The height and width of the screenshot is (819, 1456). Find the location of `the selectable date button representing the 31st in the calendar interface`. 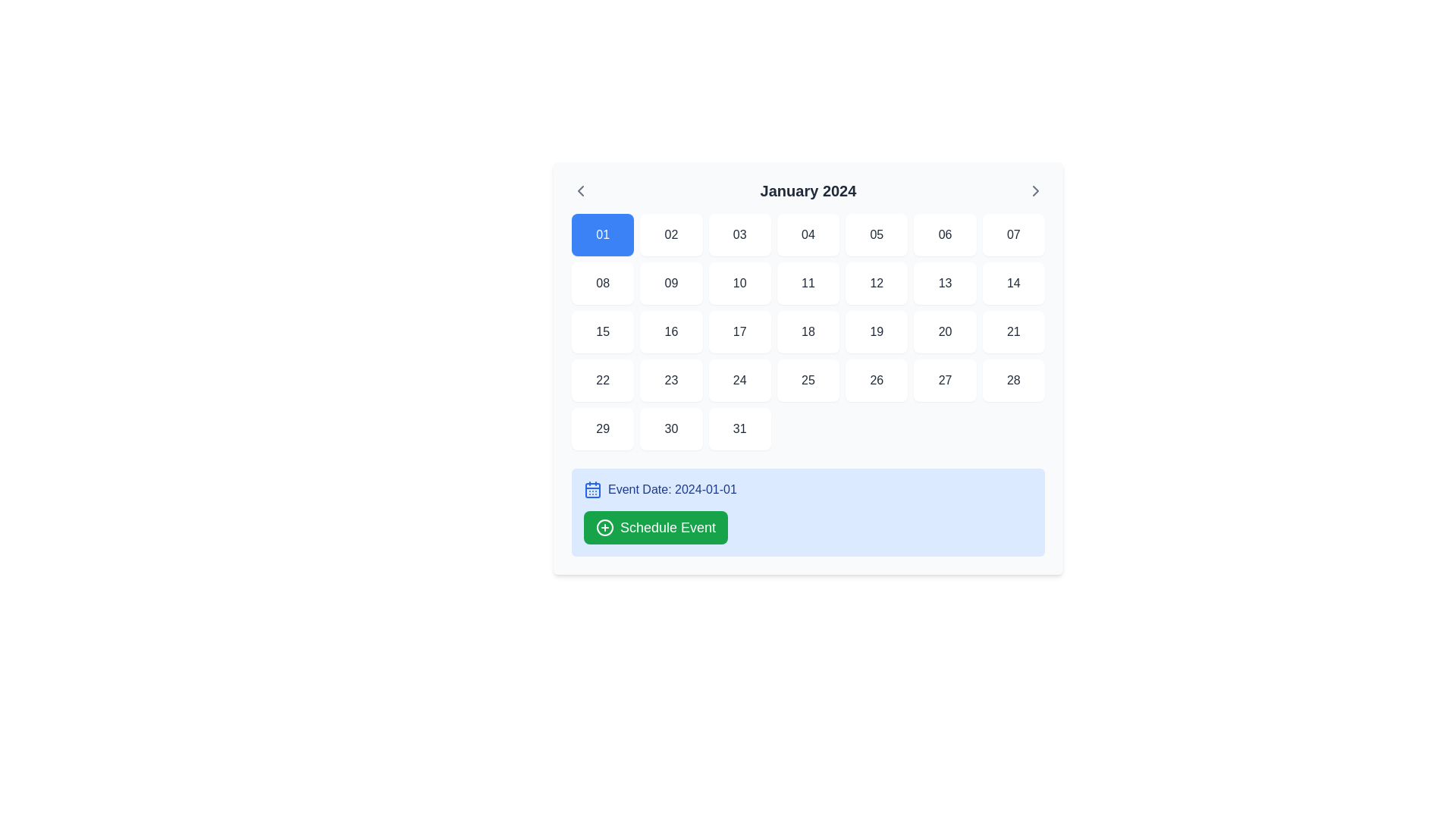

the selectable date button representing the 31st in the calendar interface is located at coordinates (739, 429).